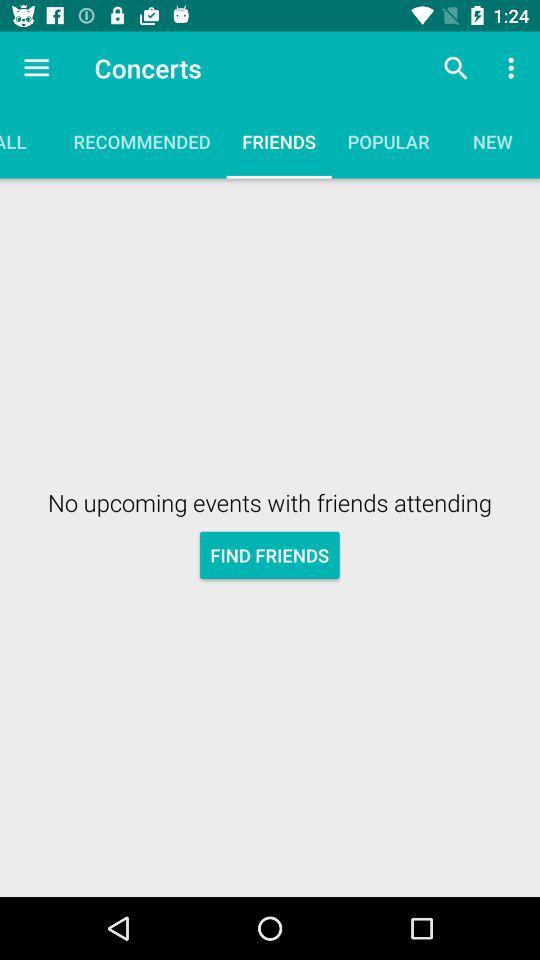 The width and height of the screenshot is (540, 960). What do you see at coordinates (455, 68) in the screenshot?
I see `icon above popular` at bounding box center [455, 68].